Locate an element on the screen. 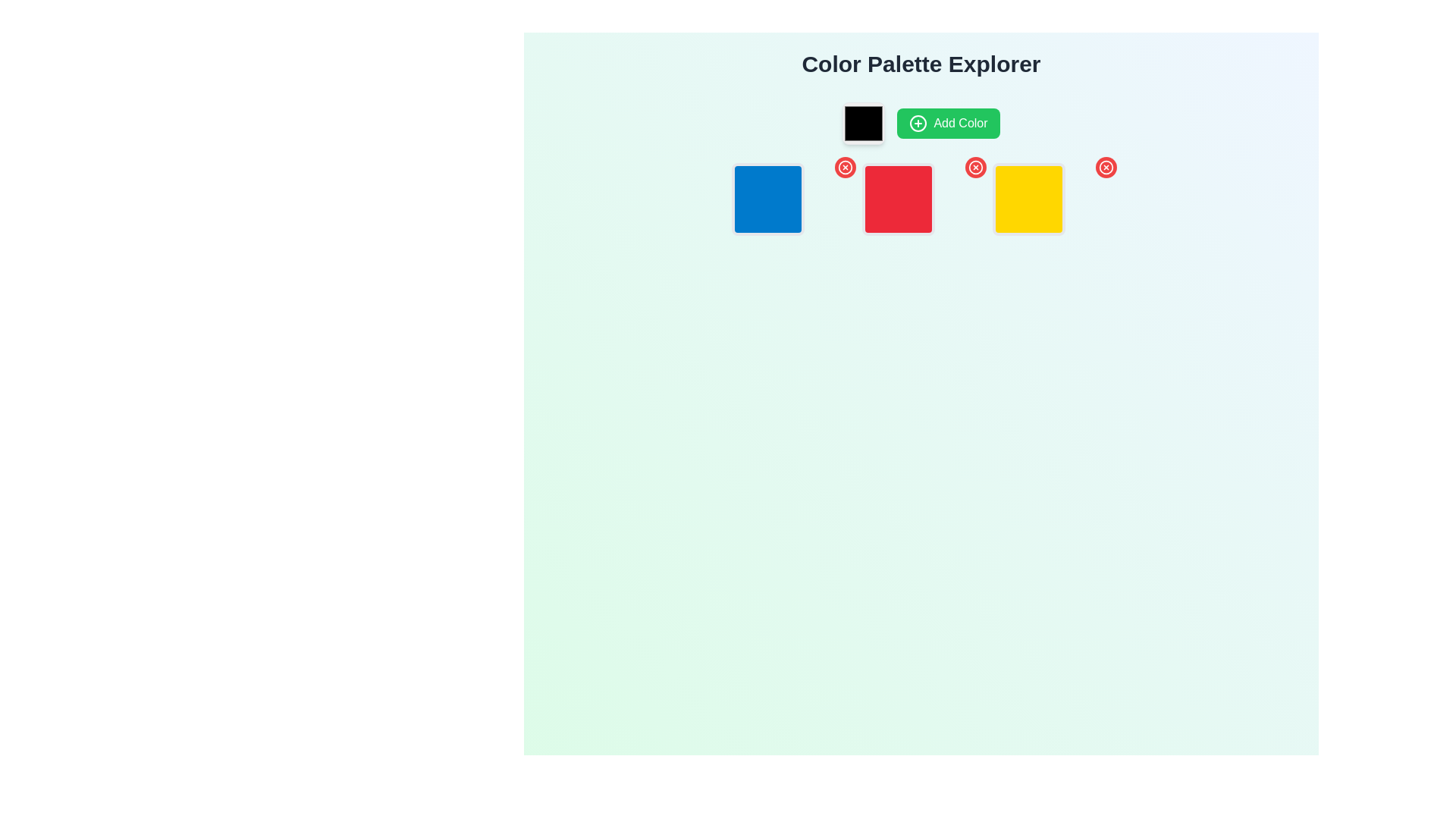 This screenshot has width=1456, height=819. to select or interact with the middle red color block in the grid layout of color blocks is located at coordinates (920, 198).